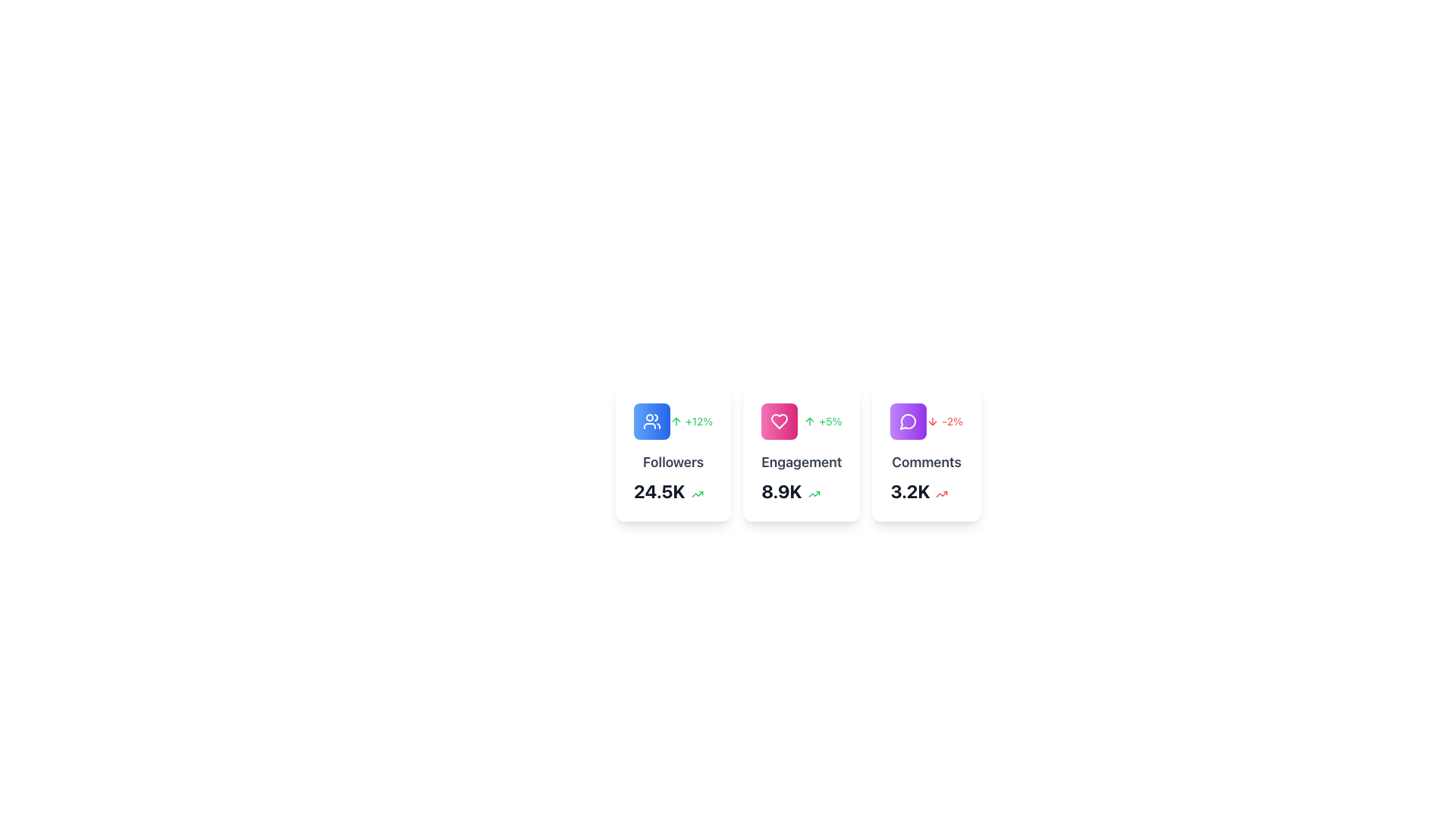 This screenshot has height=819, width=1456. I want to click on the Label with a purple rectangle containing a white chat bubble icon, a red downward arrow, and the text '-2%' in red, located in the uppermost segment of the 'Comments' card, so click(926, 421).